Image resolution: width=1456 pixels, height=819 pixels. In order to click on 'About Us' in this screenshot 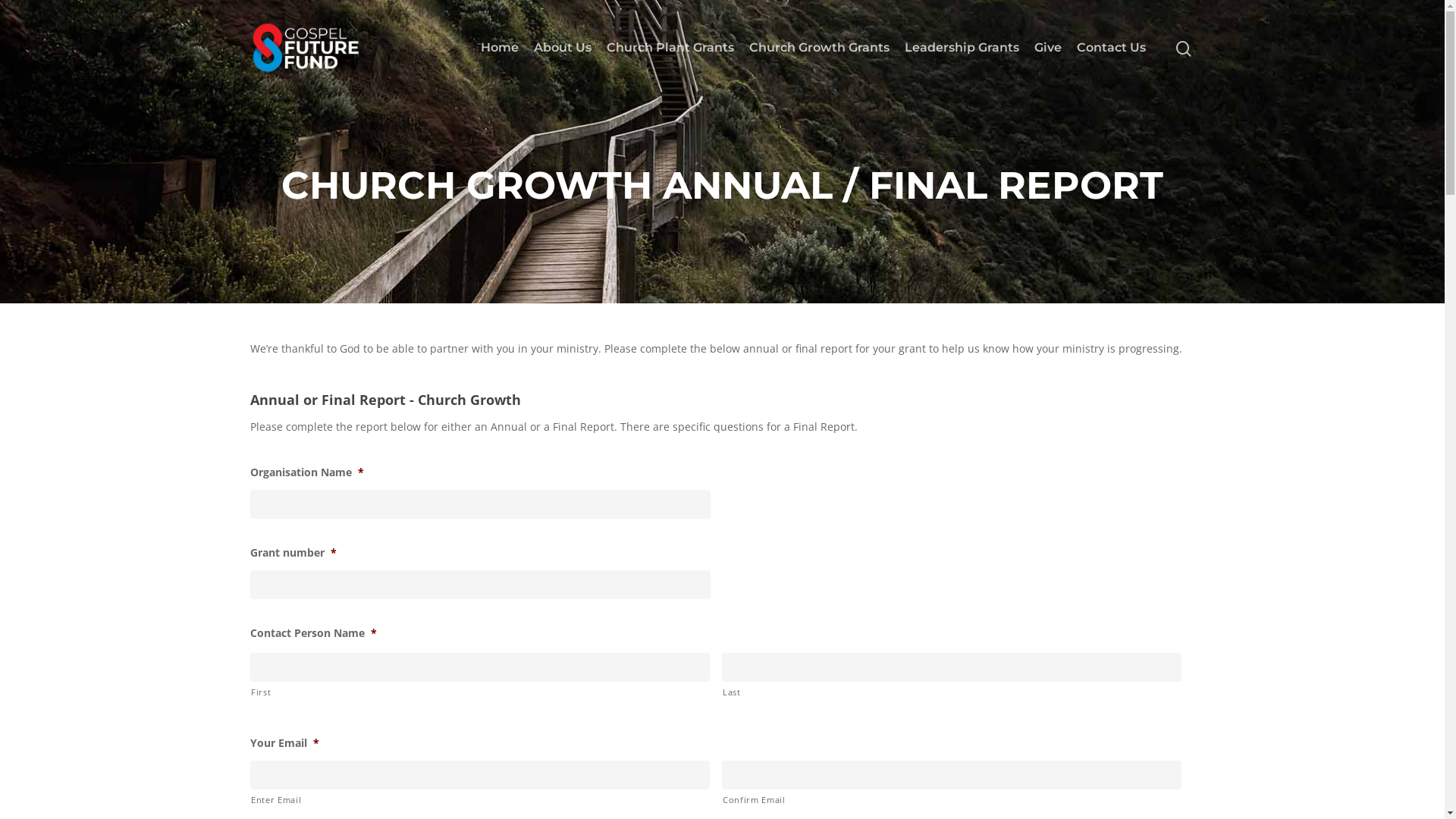, I will do `click(562, 46)`.